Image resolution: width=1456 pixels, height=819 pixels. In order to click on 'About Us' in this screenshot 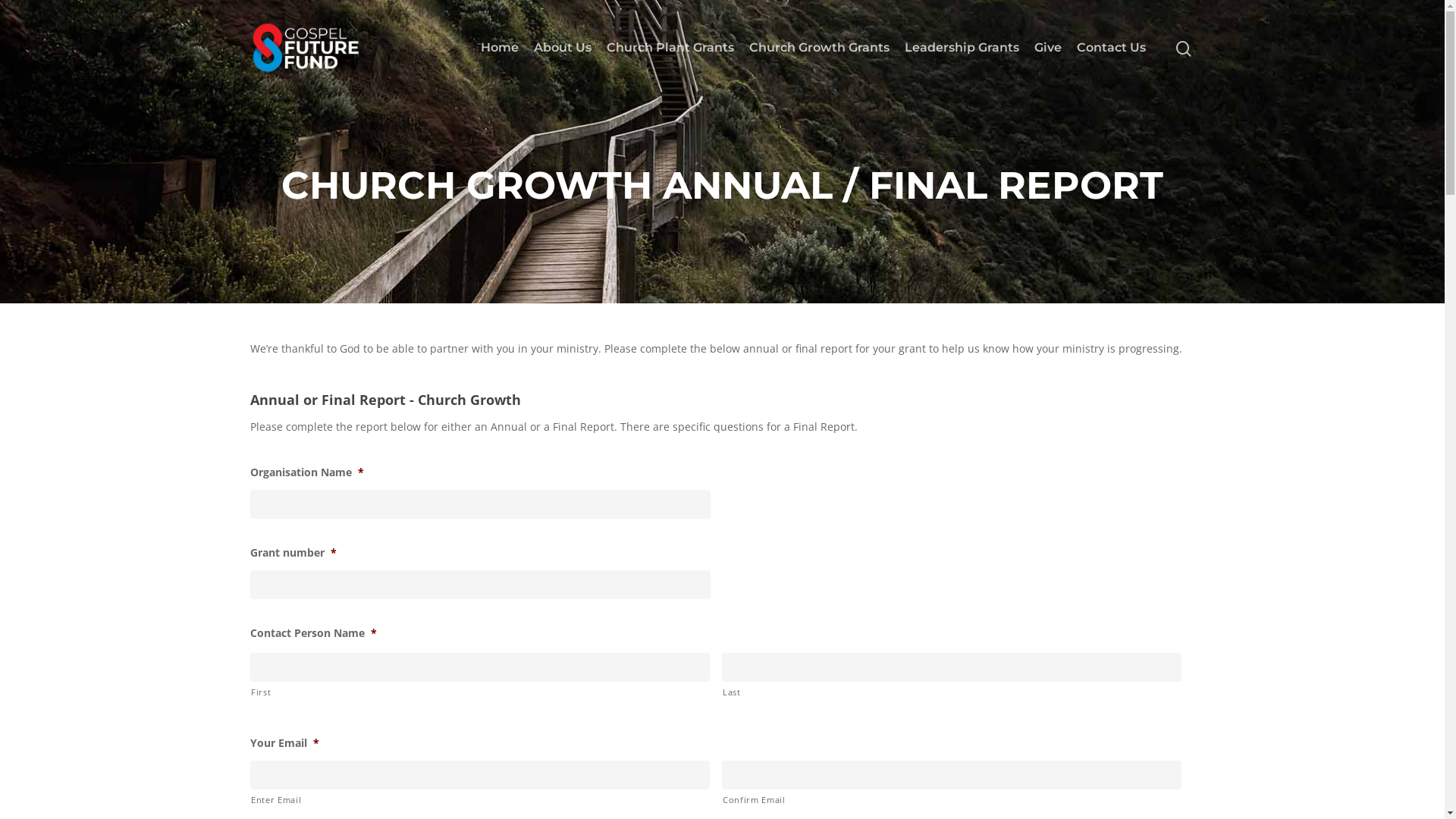, I will do `click(562, 46)`.